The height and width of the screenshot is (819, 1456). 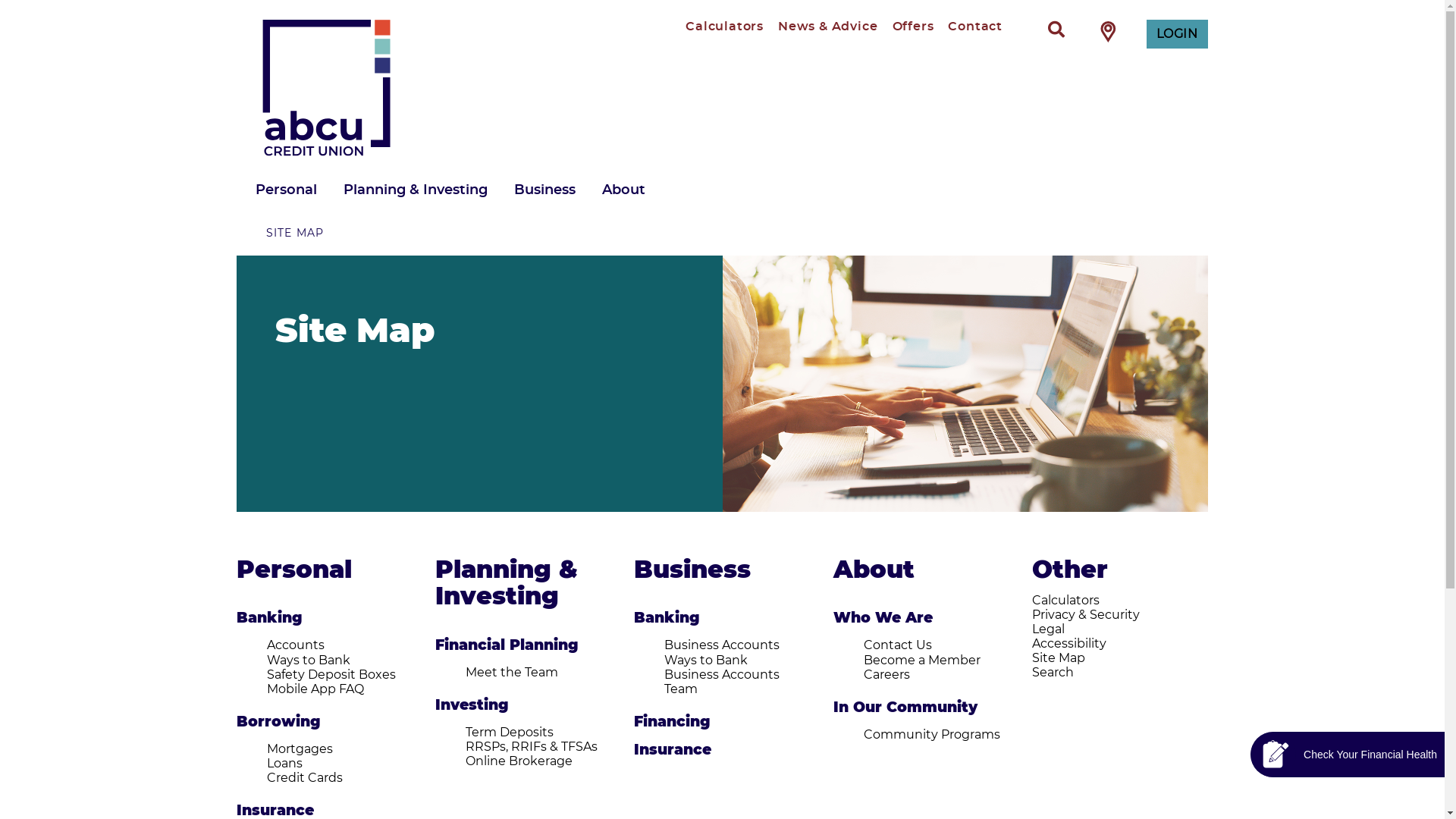 I want to click on 'Term Deposits', so click(x=510, y=731).